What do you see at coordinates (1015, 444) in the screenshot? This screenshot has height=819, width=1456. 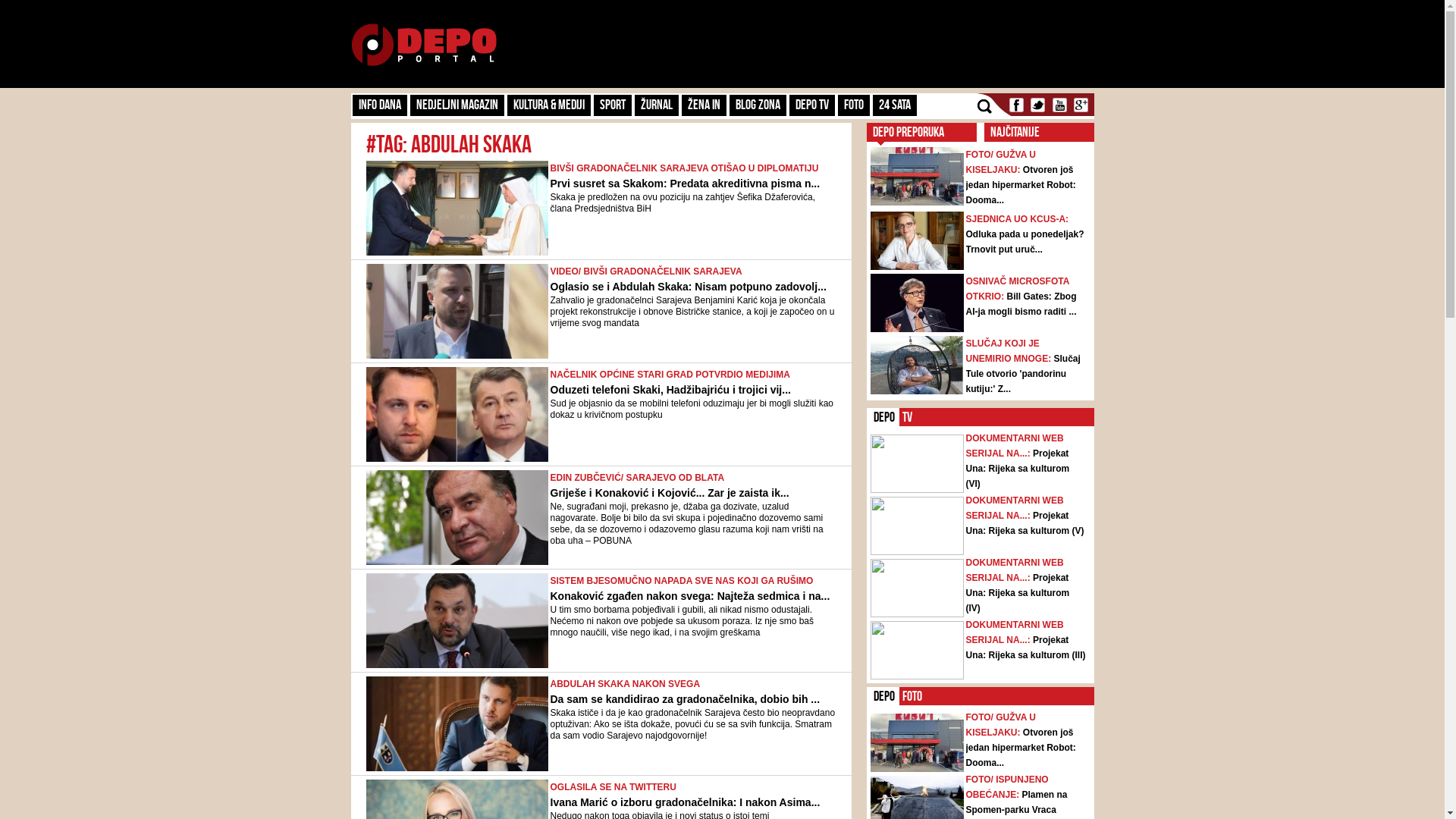 I see `'DOKUMENTARNI WEB SERIJAL NA...:'` at bounding box center [1015, 444].